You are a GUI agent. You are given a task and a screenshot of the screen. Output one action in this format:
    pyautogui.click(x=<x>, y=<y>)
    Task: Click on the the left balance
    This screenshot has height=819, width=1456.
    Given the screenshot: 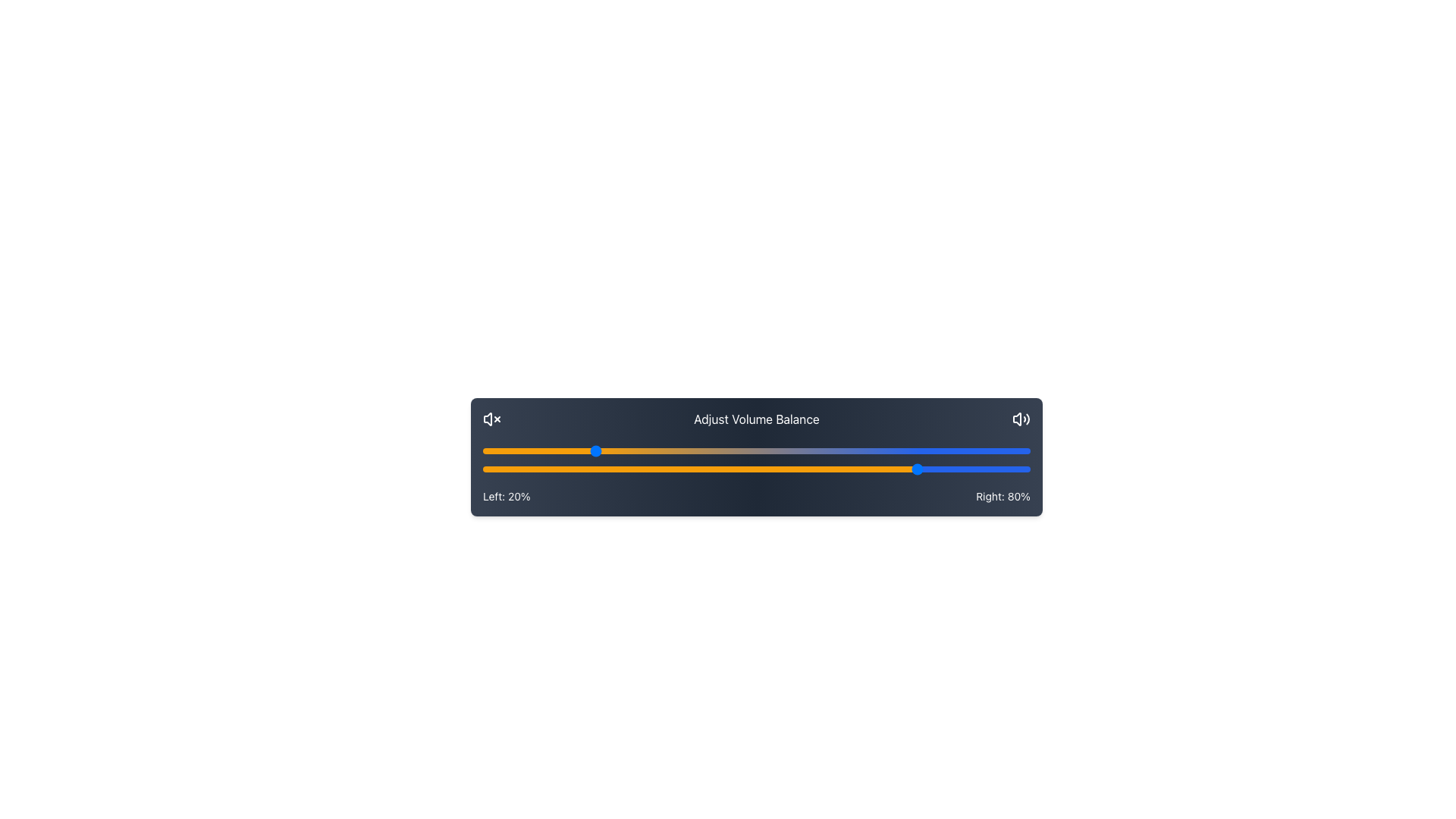 What is the action you would take?
    pyautogui.click(x=488, y=450)
    